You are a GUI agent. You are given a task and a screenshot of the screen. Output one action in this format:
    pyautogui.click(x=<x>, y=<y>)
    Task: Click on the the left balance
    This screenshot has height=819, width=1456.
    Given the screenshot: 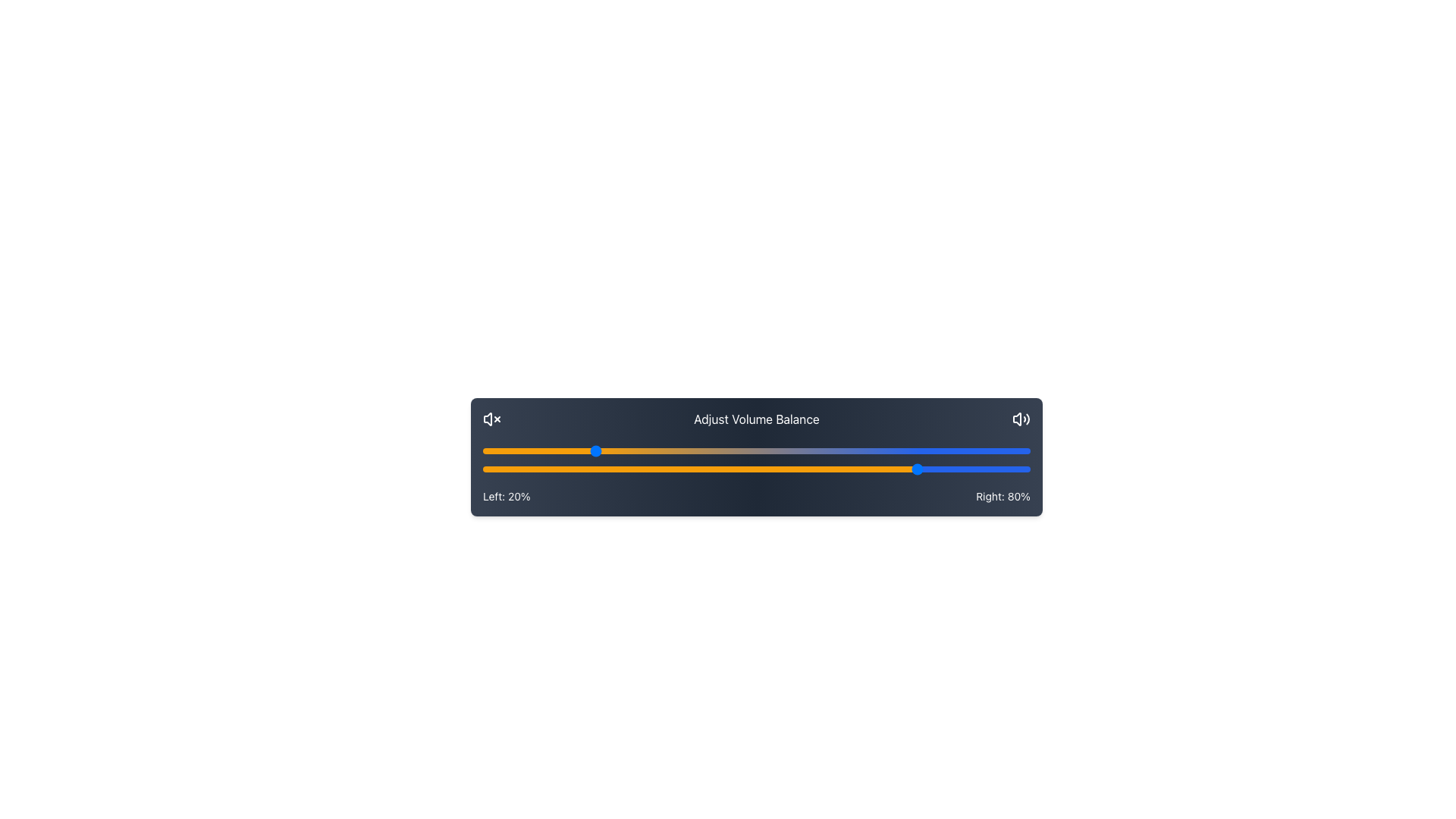 What is the action you would take?
    pyautogui.click(x=488, y=450)
    